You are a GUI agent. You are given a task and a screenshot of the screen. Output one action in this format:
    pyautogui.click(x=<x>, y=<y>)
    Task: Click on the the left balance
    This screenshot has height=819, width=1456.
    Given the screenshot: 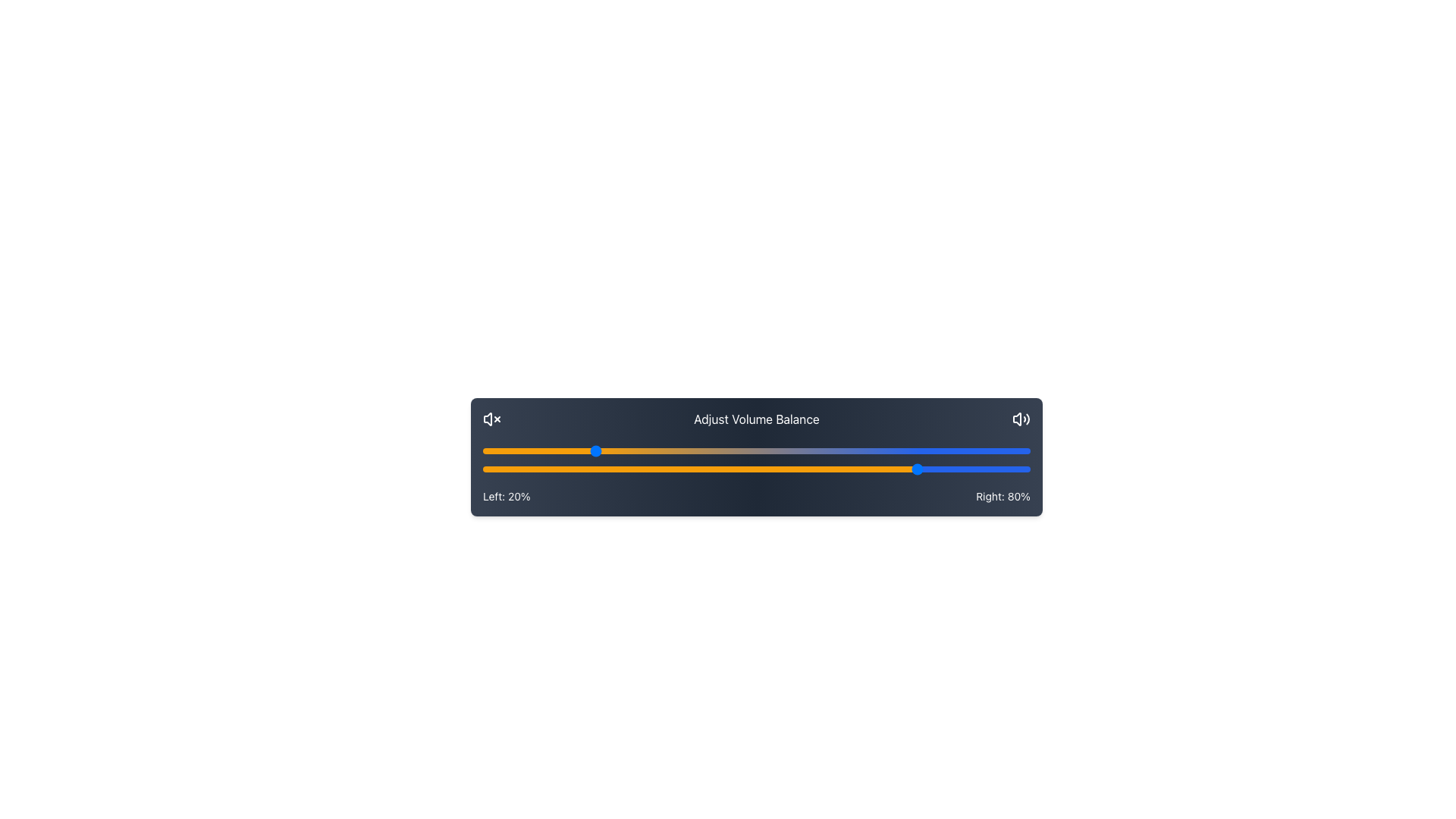 What is the action you would take?
    pyautogui.click(x=488, y=450)
    